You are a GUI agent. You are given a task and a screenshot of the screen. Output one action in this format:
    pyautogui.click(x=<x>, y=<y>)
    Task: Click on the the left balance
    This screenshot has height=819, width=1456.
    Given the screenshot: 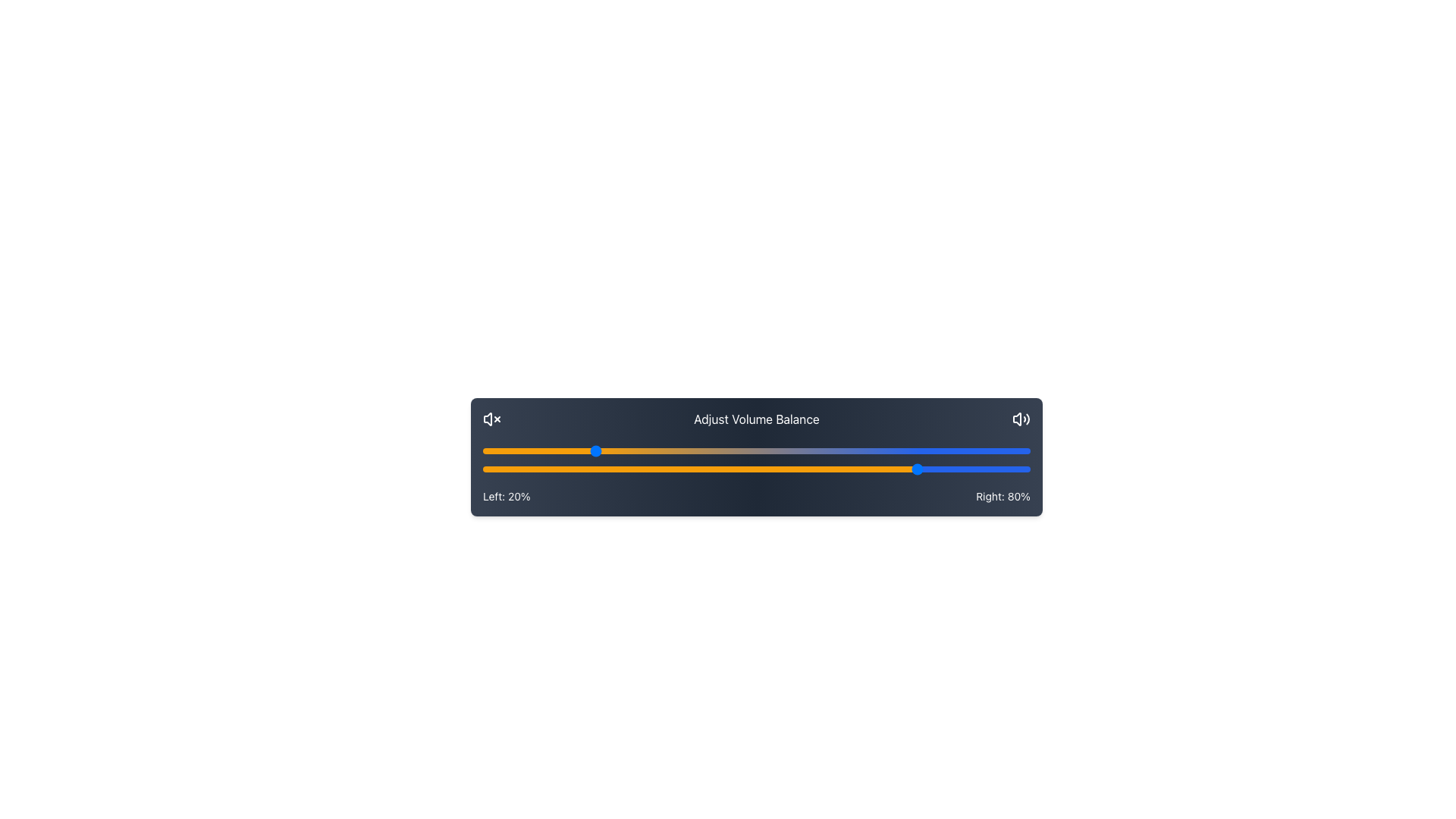 What is the action you would take?
    pyautogui.click(x=488, y=450)
    